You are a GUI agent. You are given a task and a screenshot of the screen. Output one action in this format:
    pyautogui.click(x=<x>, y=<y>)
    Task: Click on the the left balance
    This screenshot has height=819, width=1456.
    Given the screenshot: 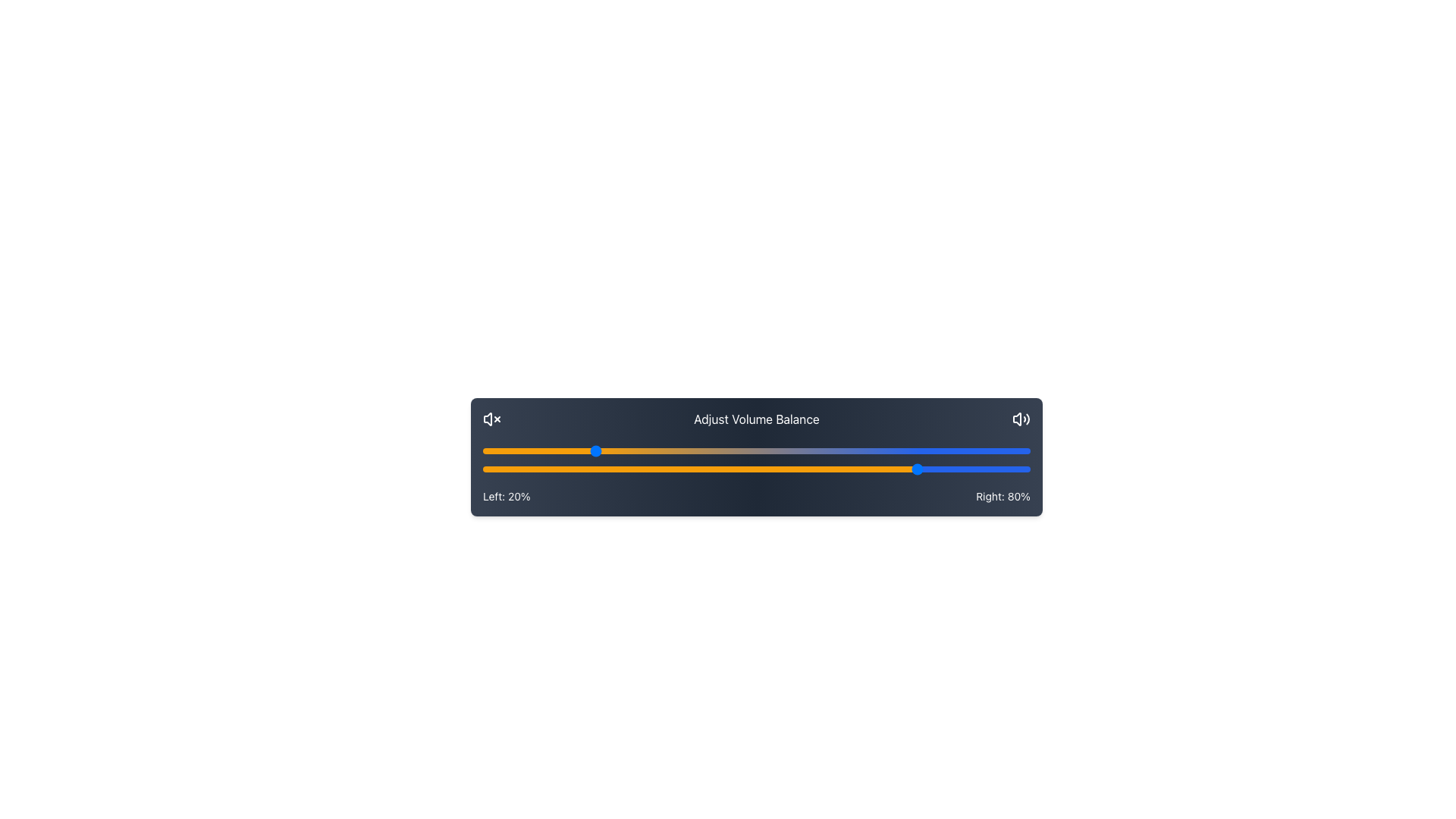 What is the action you would take?
    pyautogui.click(x=488, y=450)
    